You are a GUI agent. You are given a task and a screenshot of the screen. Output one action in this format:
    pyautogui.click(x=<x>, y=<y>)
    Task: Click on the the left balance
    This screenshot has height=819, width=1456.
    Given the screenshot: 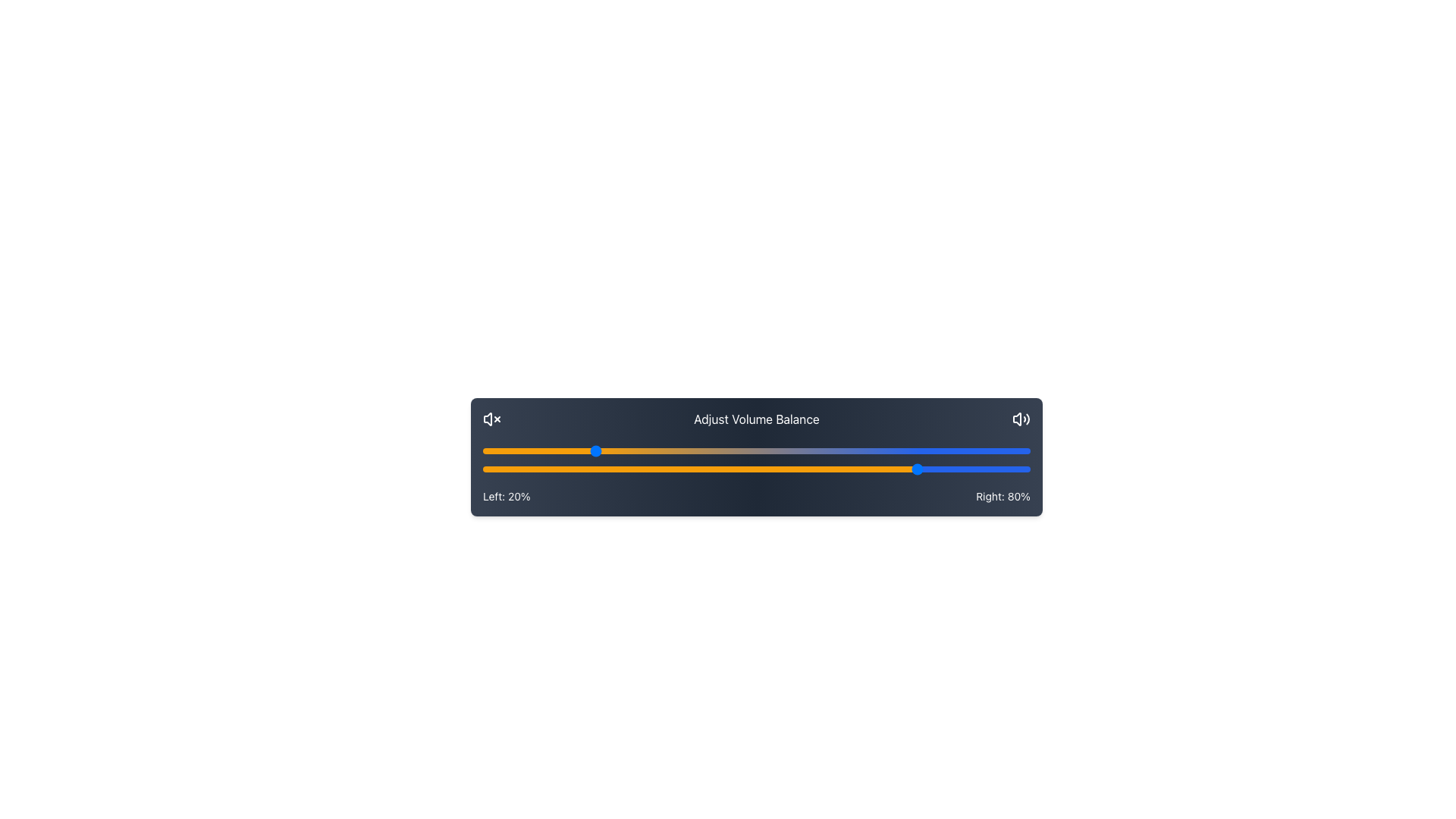 What is the action you would take?
    pyautogui.click(x=488, y=450)
    